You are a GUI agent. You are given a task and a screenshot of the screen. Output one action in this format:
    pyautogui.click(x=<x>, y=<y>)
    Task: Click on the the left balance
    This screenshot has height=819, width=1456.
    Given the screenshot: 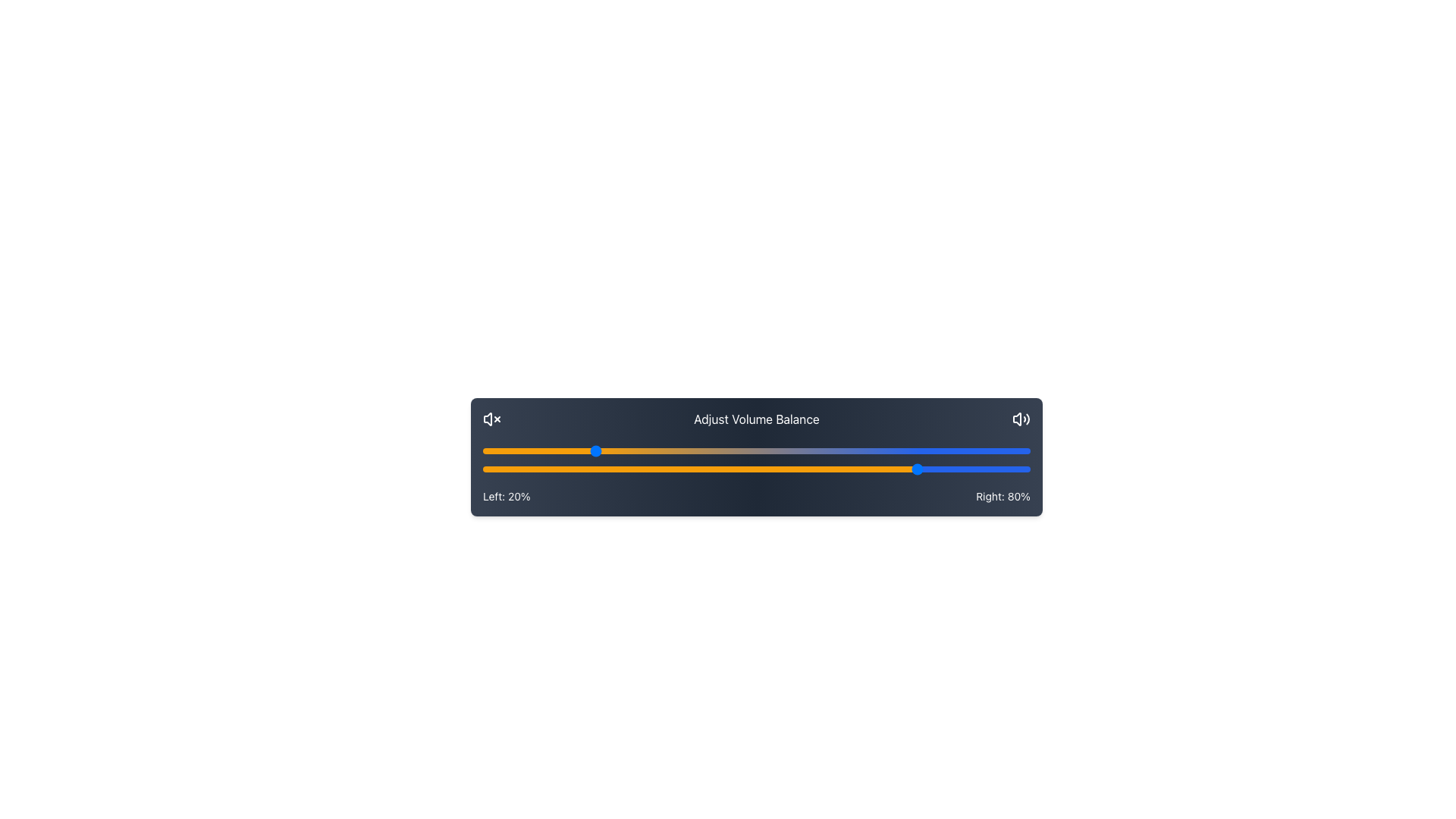 What is the action you would take?
    pyautogui.click(x=488, y=450)
    